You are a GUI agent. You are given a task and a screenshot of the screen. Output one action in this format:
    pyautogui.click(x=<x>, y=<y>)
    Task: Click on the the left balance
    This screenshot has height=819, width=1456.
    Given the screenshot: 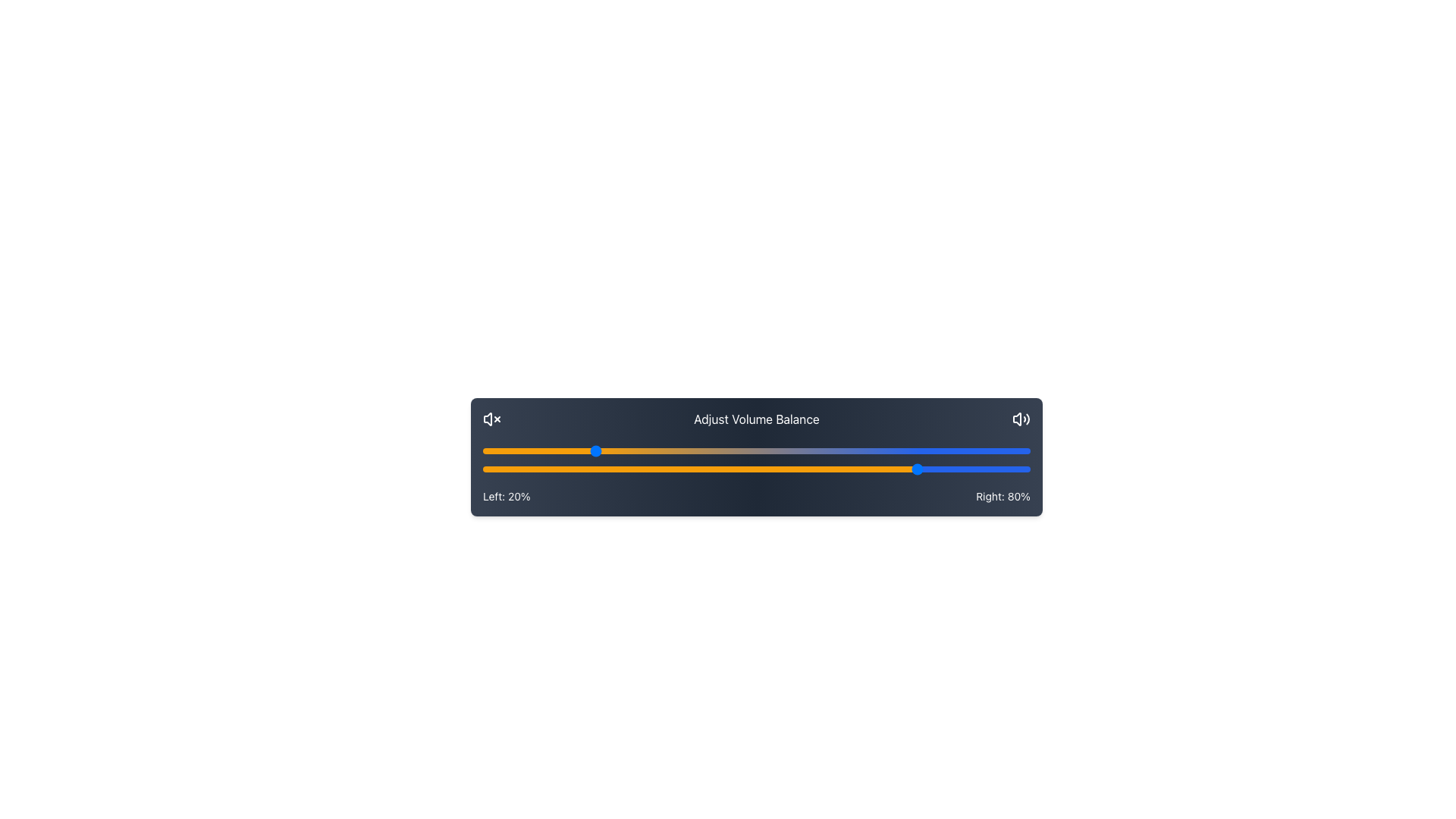 What is the action you would take?
    pyautogui.click(x=488, y=450)
    